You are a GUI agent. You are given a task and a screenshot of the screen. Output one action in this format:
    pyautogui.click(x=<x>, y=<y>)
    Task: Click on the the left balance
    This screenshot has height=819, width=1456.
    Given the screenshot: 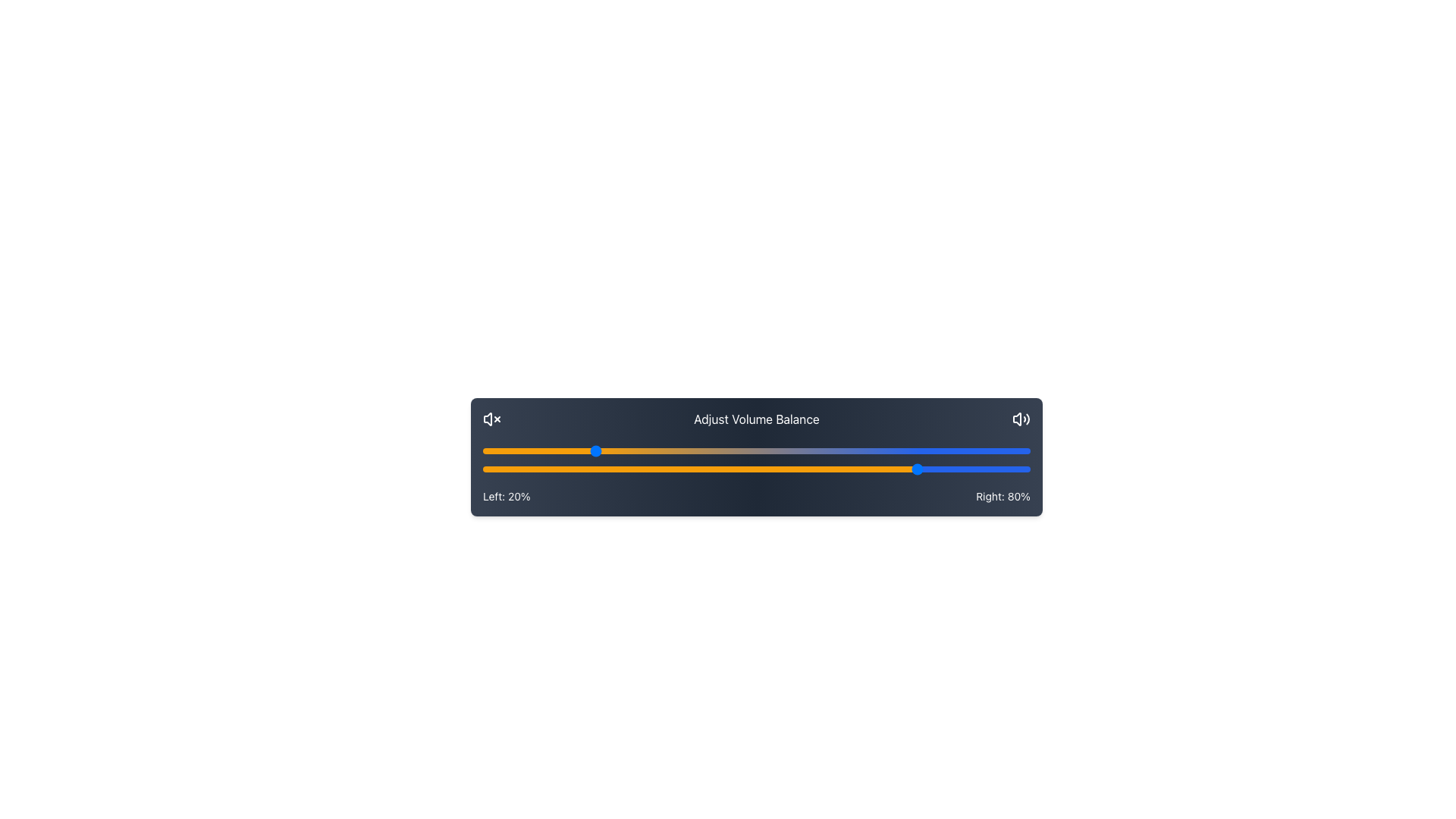 What is the action you would take?
    pyautogui.click(x=488, y=450)
    